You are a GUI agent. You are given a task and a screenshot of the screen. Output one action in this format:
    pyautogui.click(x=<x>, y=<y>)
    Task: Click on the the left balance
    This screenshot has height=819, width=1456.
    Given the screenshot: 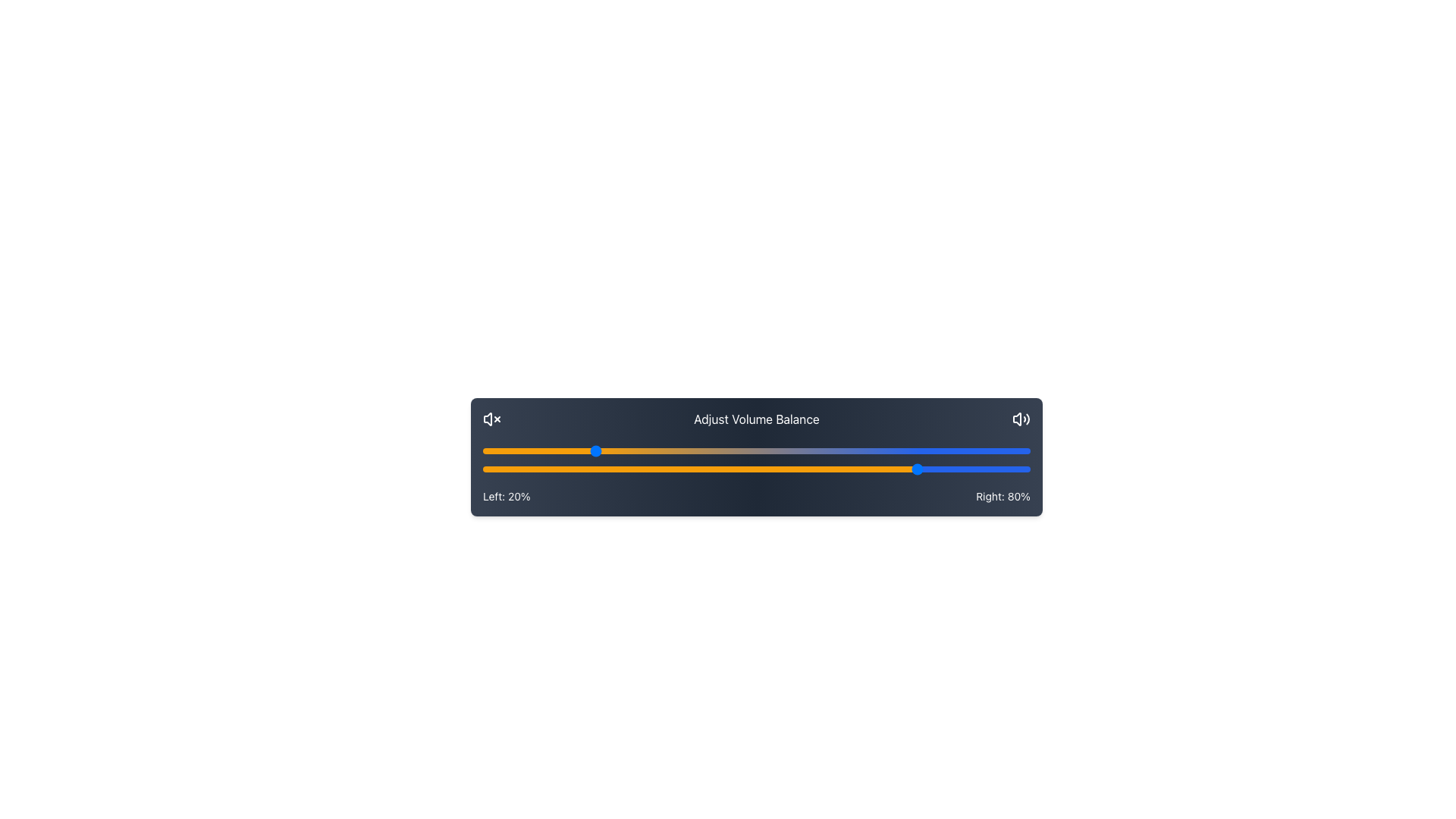 What is the action you would take?
    pyautogui.click(x=488, y=450)
    